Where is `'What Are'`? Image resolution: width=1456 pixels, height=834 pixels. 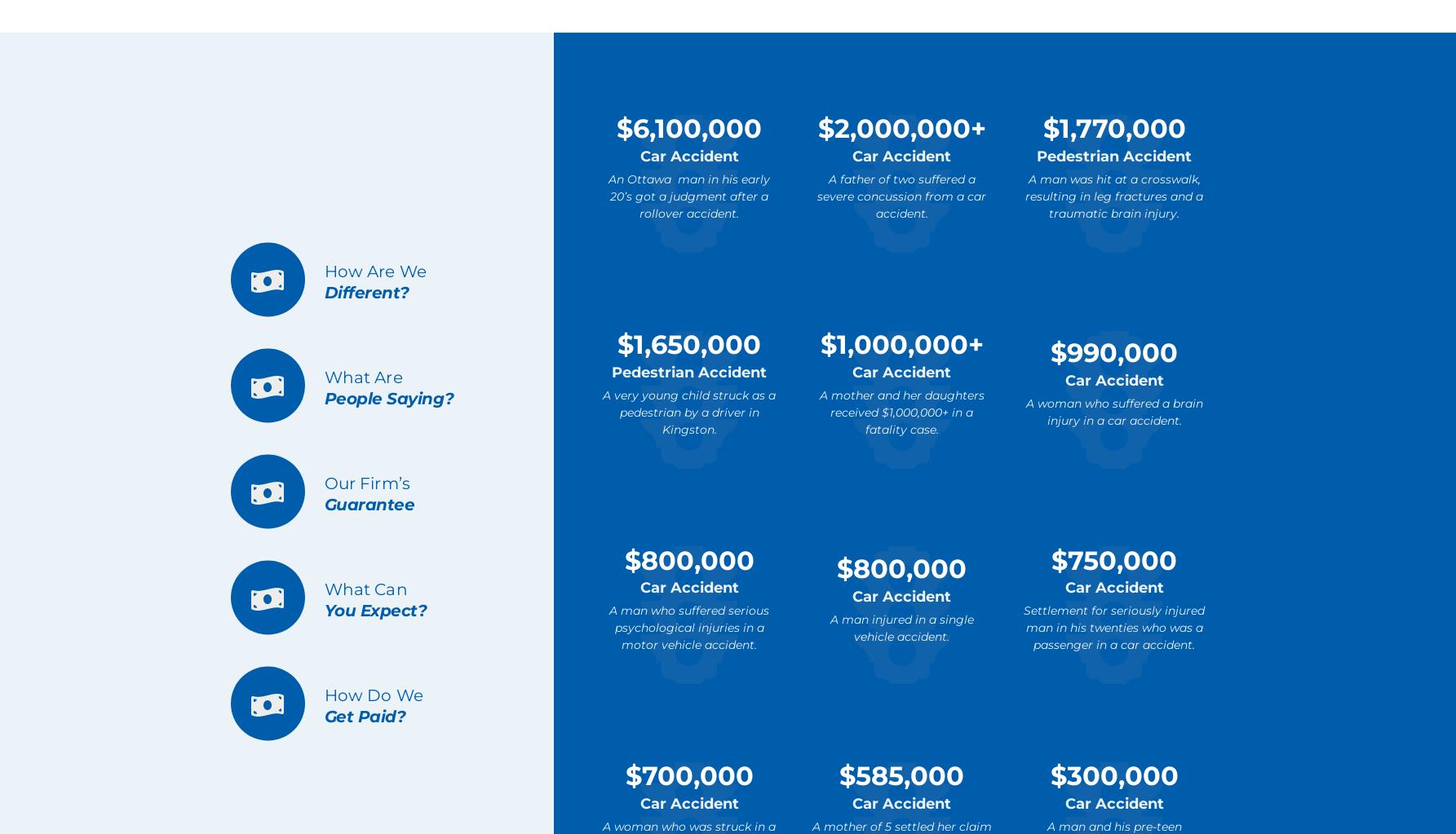
'What Are' is located at coordinates (362, 377).